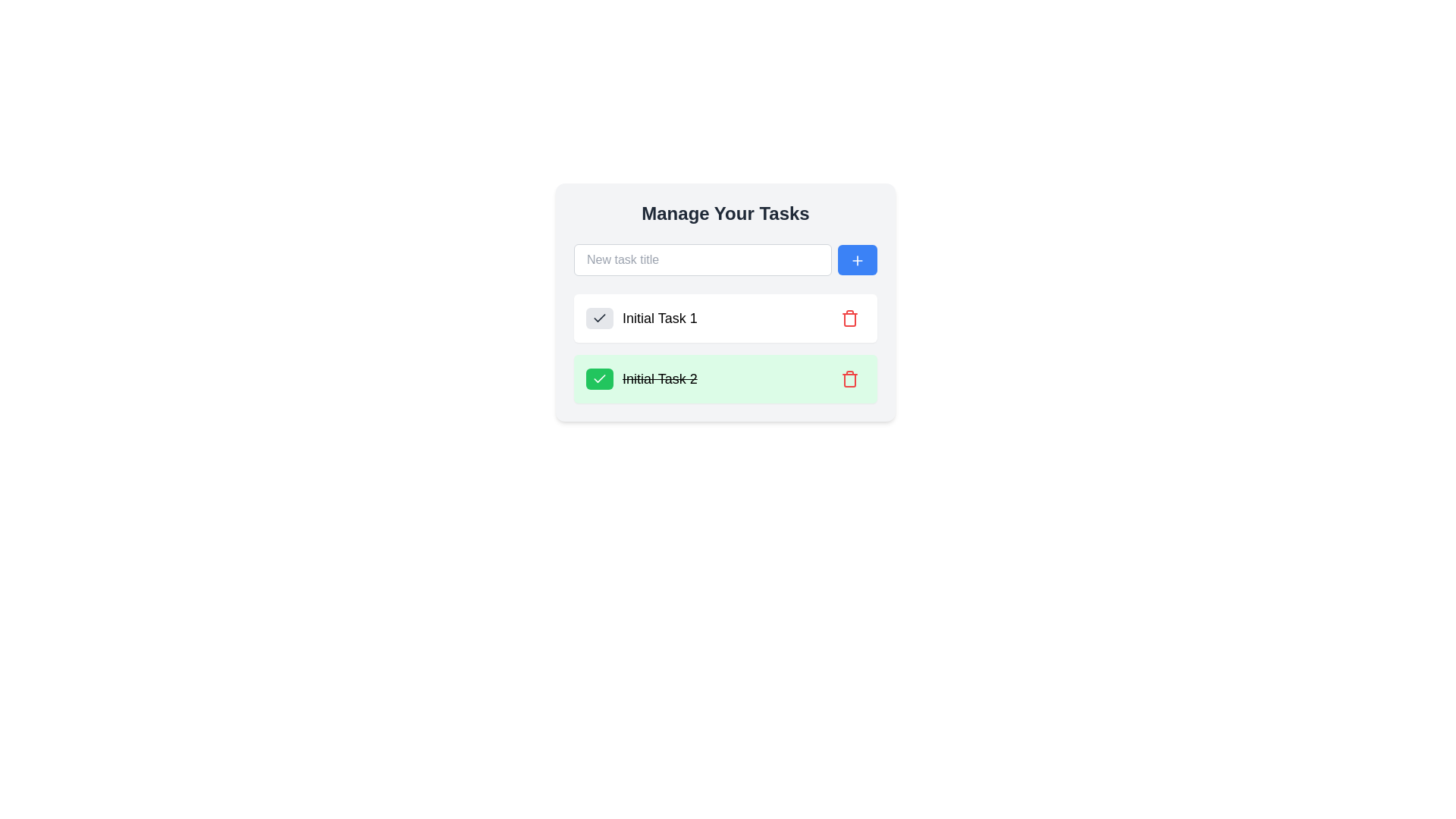 The width and height of the screenshot is (1456, 819). What do you see at coordinates (850, 379) in the screenshot?
I see `the trash can icon, which is a thin outline-only geometrical shape representing a trash bin, located to the right of the second highlighted task ('Initial Task 2')` at bounding box center [850, 379].